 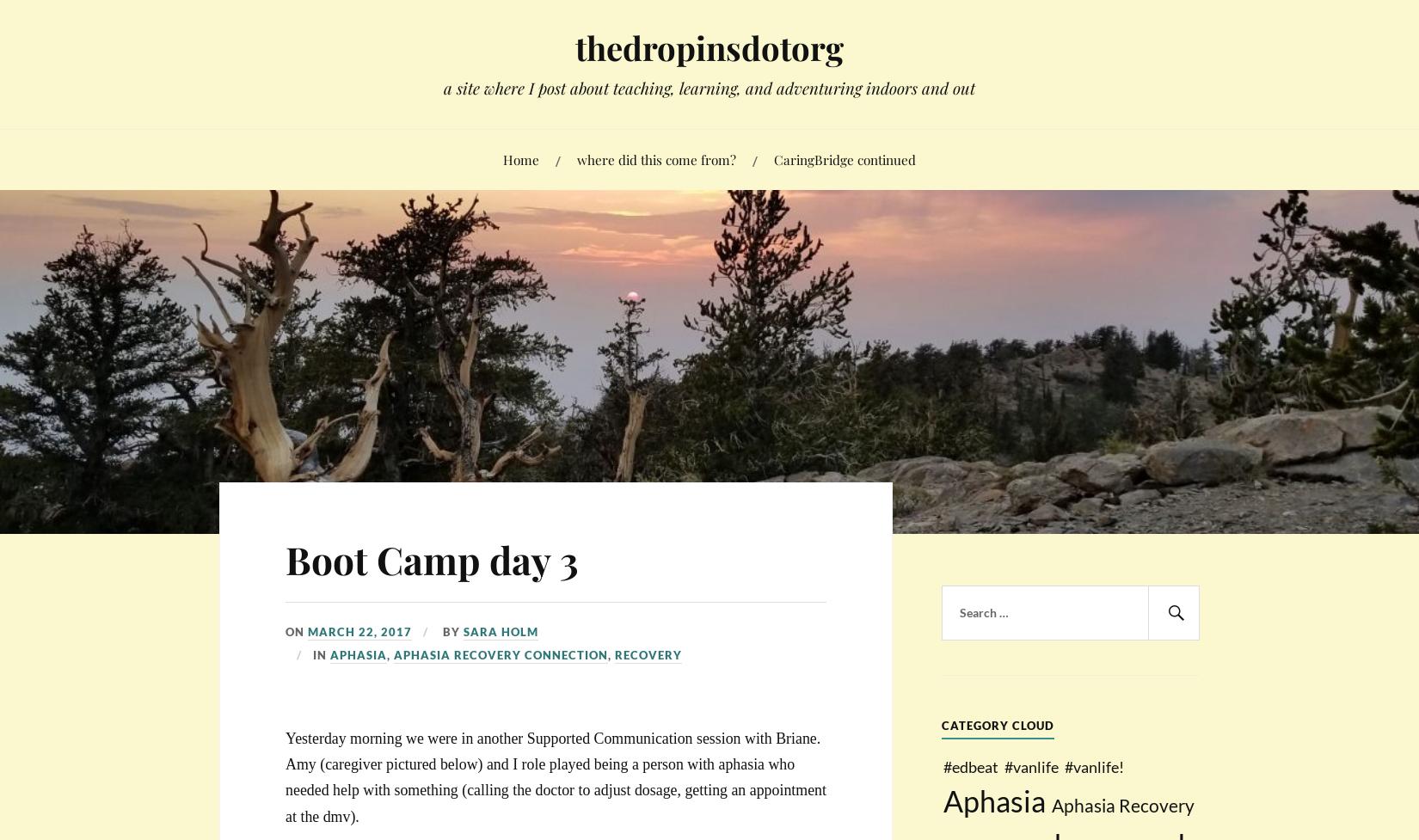 I want to click on 'March 22, 2017', so click(x=308, y=631).